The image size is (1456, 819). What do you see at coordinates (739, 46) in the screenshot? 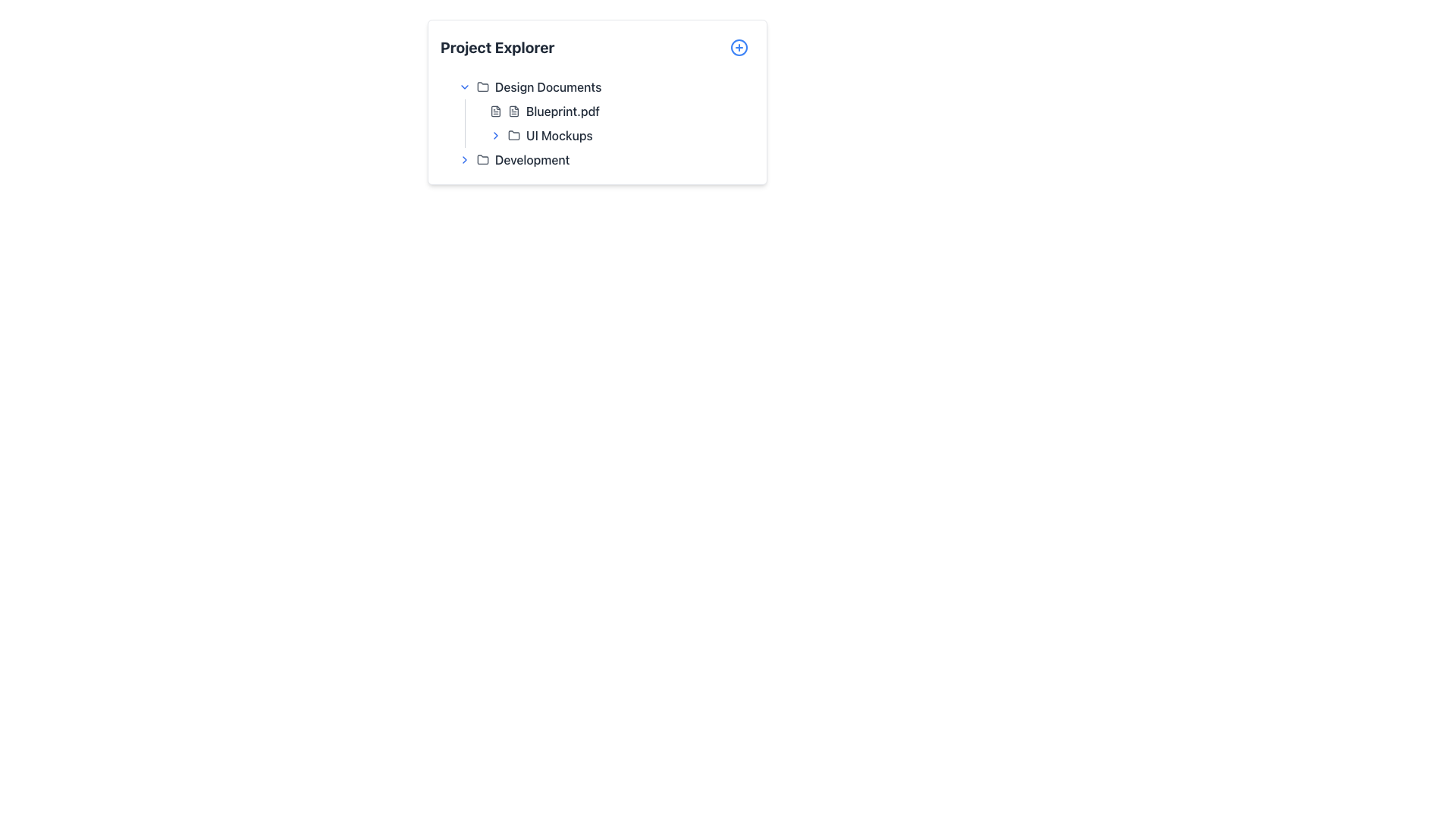
I see `the blue circular icon button with a plus sign in the top-right corner of the 'Project Explorer' section` at bounding box center [739, 46].